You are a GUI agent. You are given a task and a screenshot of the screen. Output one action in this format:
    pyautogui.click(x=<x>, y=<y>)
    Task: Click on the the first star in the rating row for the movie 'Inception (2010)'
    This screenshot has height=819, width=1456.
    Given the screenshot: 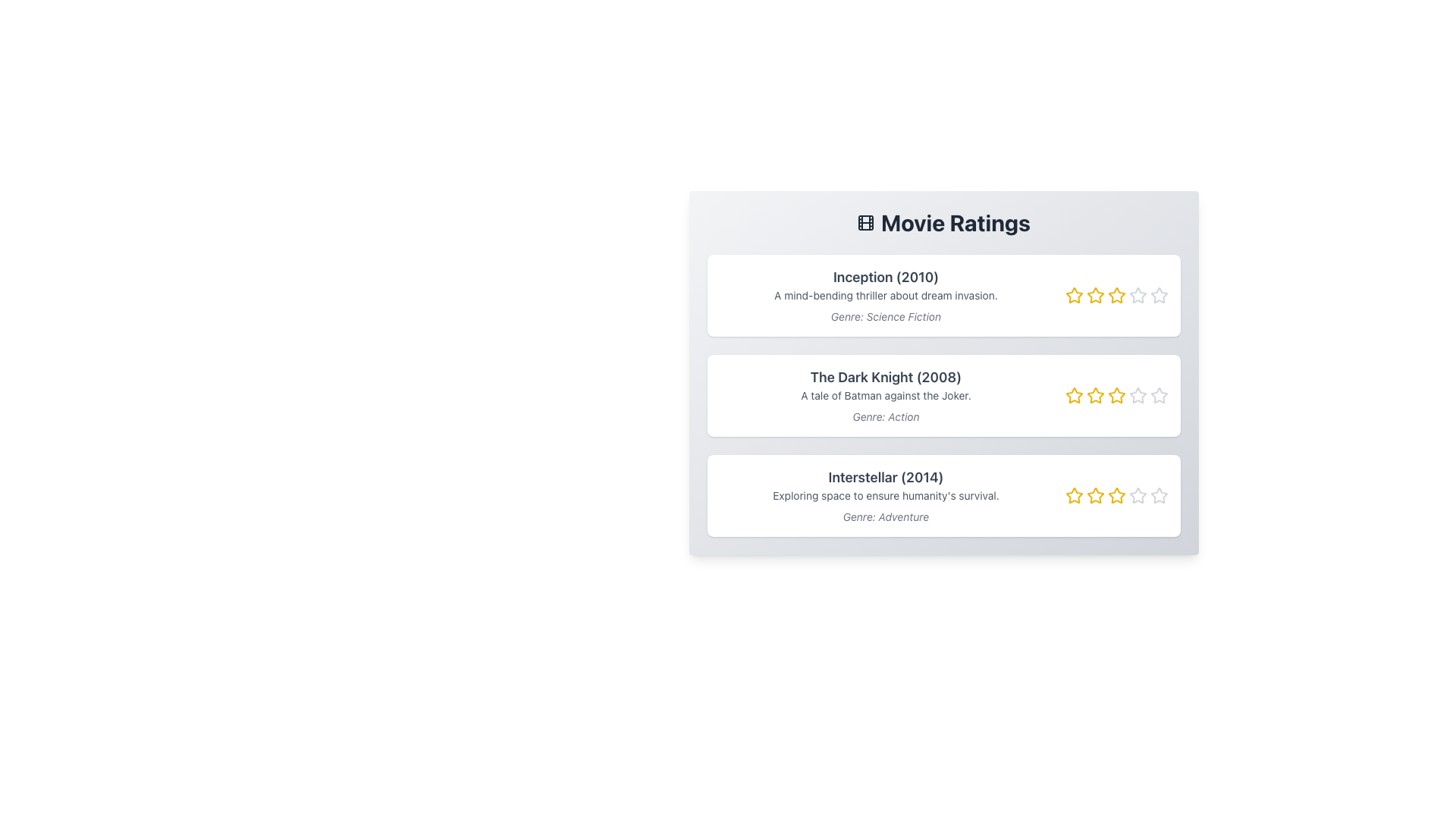 What is the action you would take?
    pyautogui.click(x=1073, y=295)
    